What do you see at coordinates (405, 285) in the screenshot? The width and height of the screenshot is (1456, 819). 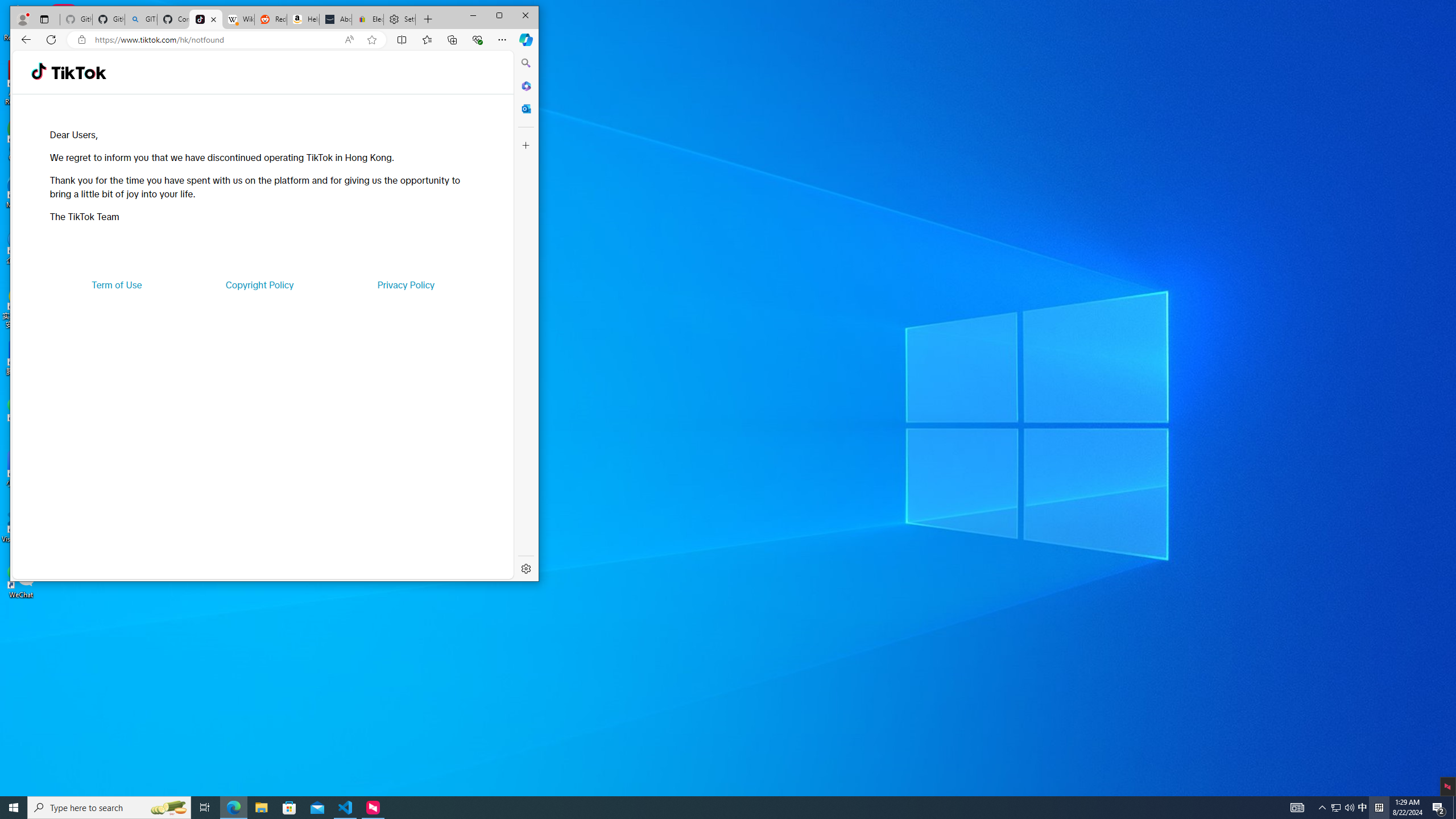 I see `'Privacy Policy'` at bounding box center [405, 285].